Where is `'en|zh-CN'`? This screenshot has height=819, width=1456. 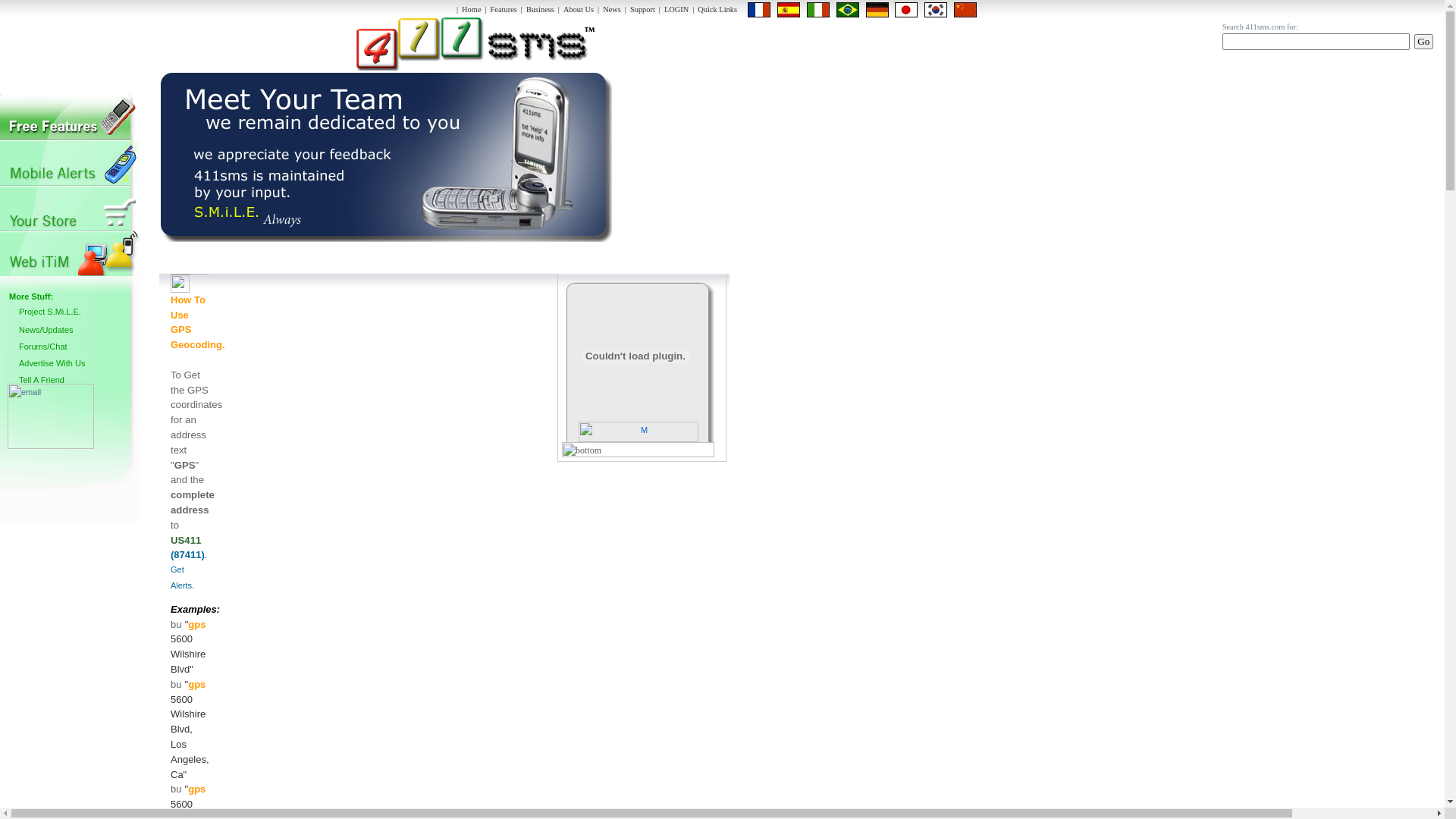
'en|zh-CN' is located at coordinates (964, 9).